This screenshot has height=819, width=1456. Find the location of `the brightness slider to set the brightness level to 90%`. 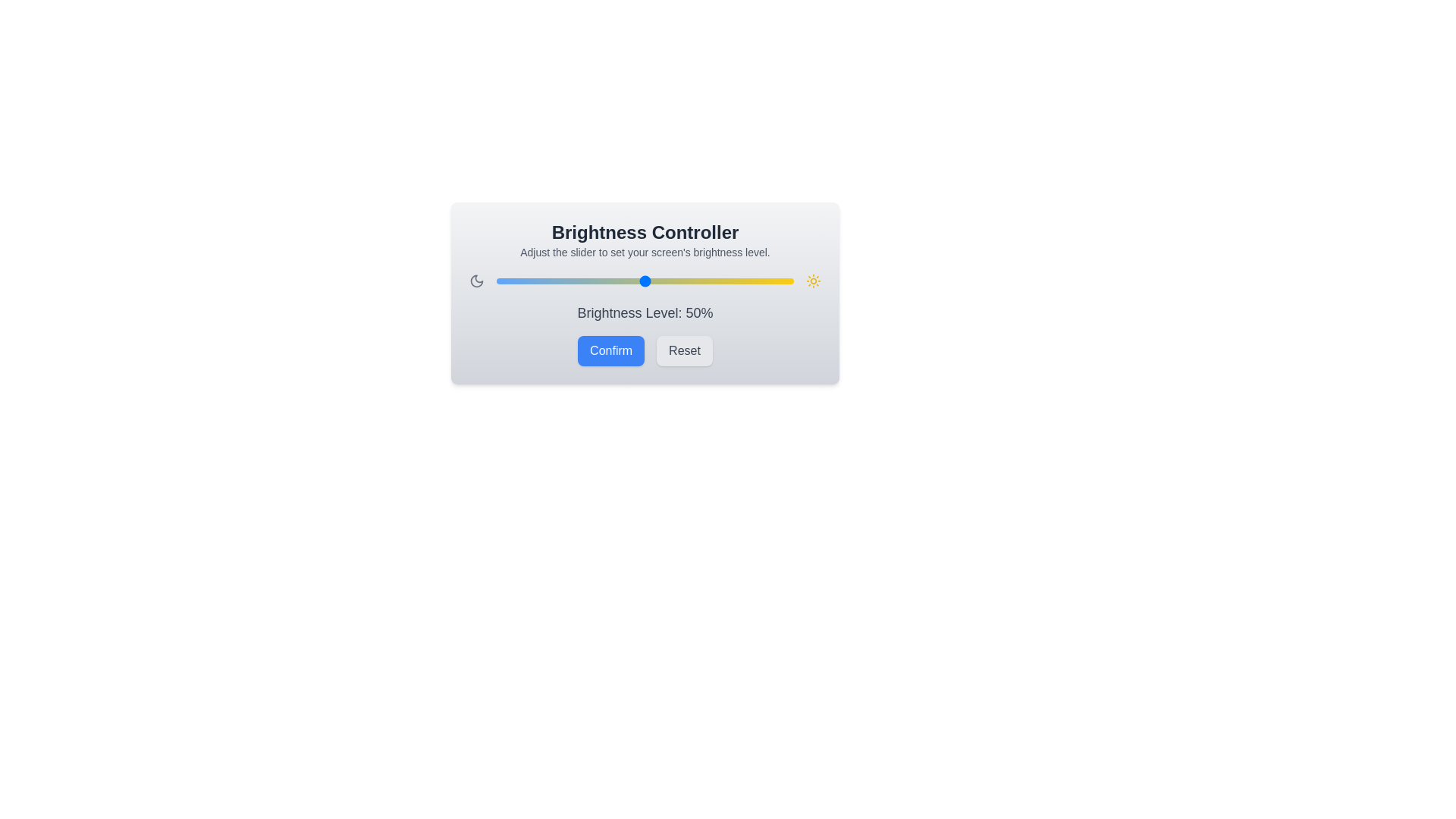

the brightness slider to set the brightness level to 90% is located at coordinates (764, 281).